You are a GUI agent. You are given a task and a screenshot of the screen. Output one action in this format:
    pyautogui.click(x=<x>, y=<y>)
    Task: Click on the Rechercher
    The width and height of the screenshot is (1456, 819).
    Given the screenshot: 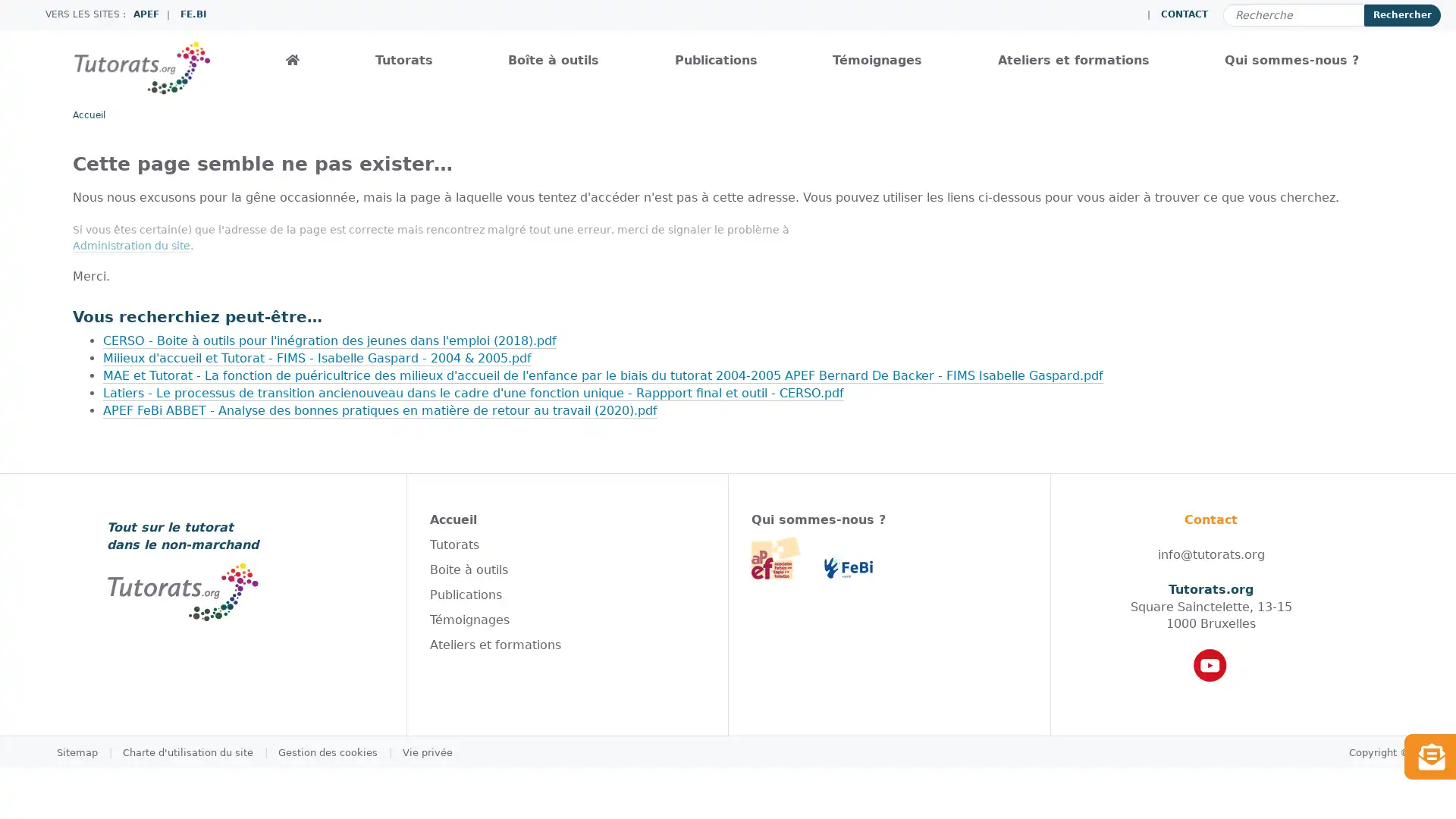 What is the action you would take?
    pyautogui.click(x=1401, y=14)
    